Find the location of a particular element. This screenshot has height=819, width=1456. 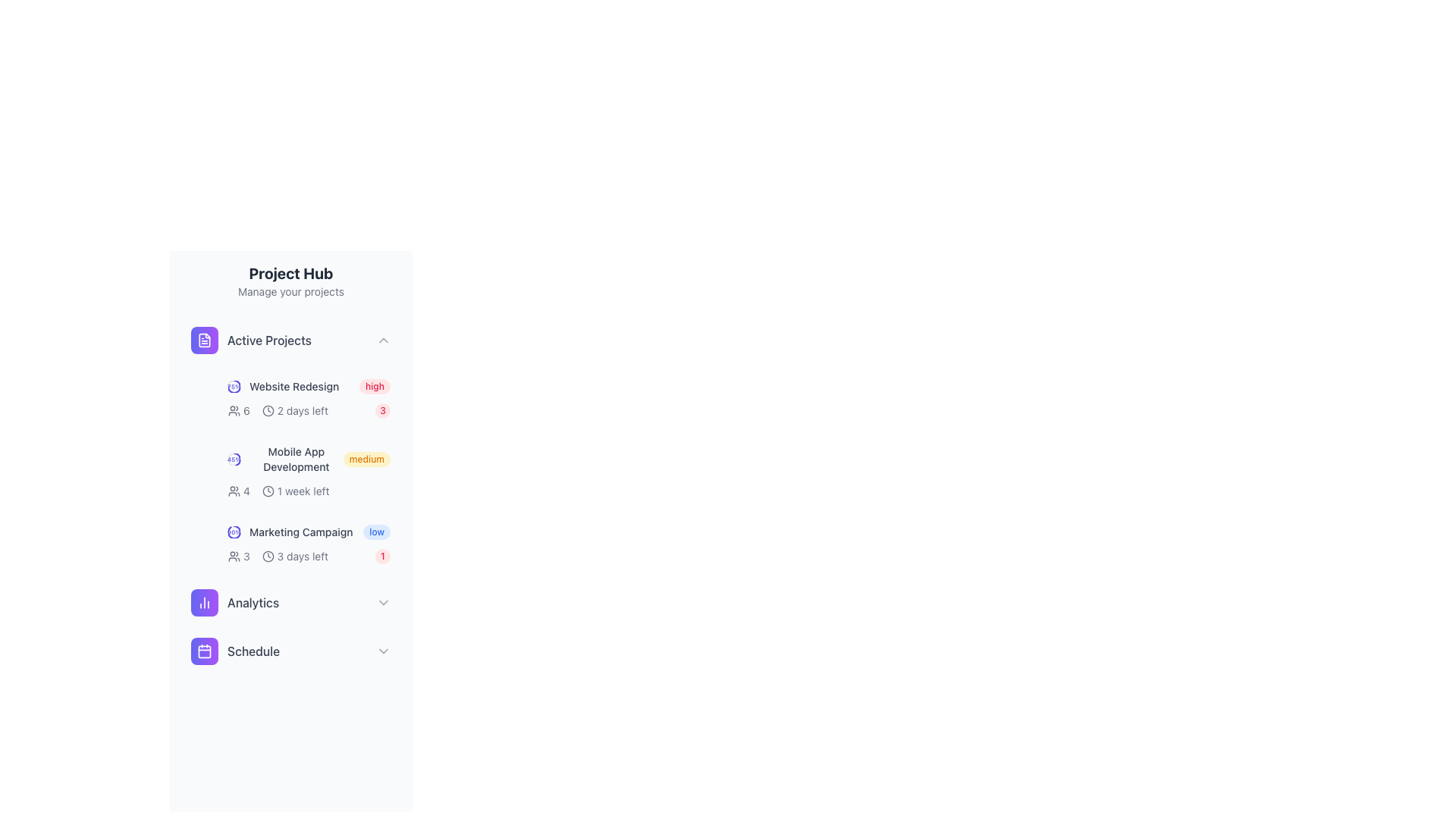

the text label with a badge highlight that displays the name and priority level of a project in the 'Project Hub' section is located at coordinates (309, 385).